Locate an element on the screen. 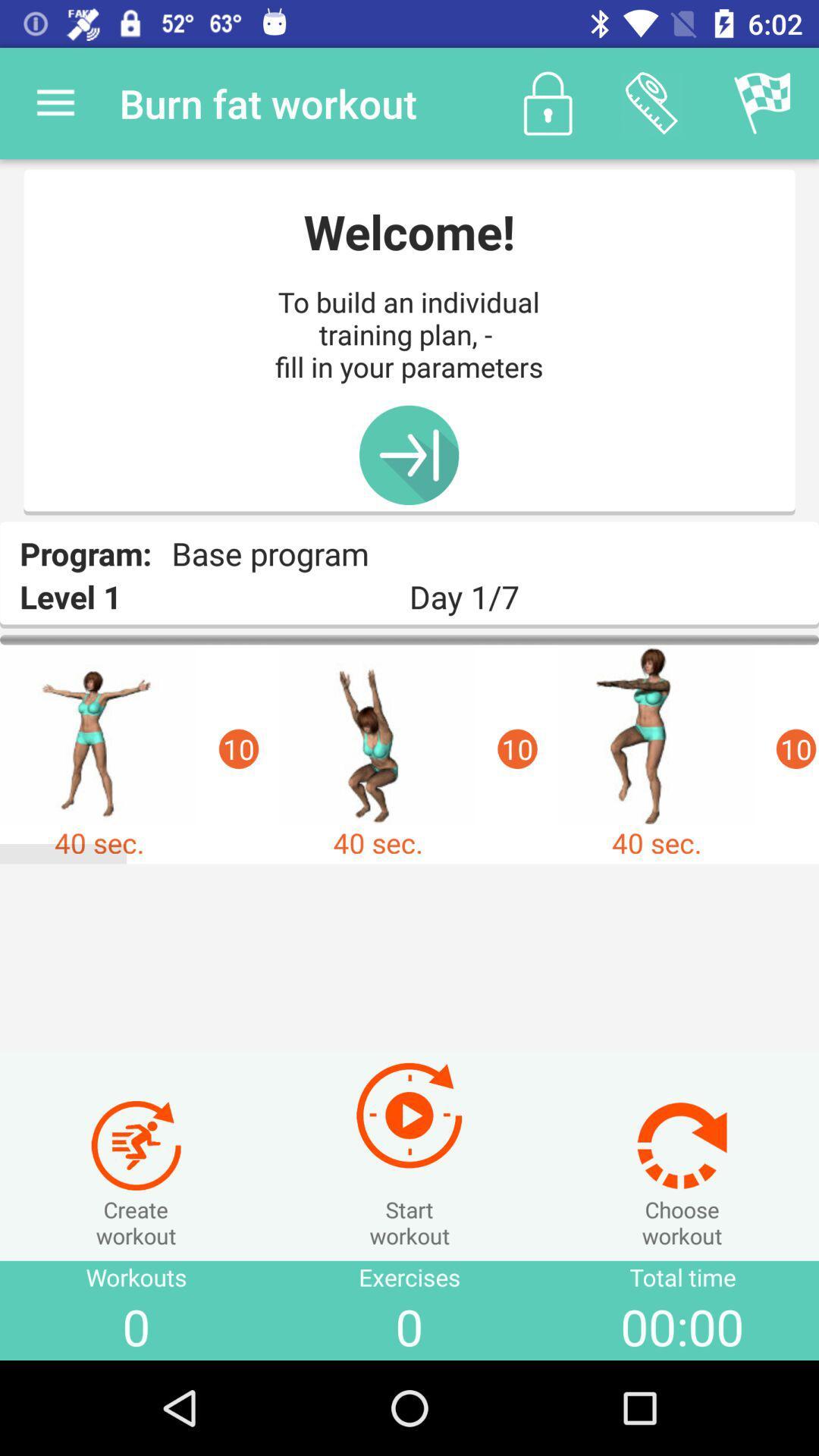  the app to the right of burn fat workout icon is located at coordinates (548, 102).